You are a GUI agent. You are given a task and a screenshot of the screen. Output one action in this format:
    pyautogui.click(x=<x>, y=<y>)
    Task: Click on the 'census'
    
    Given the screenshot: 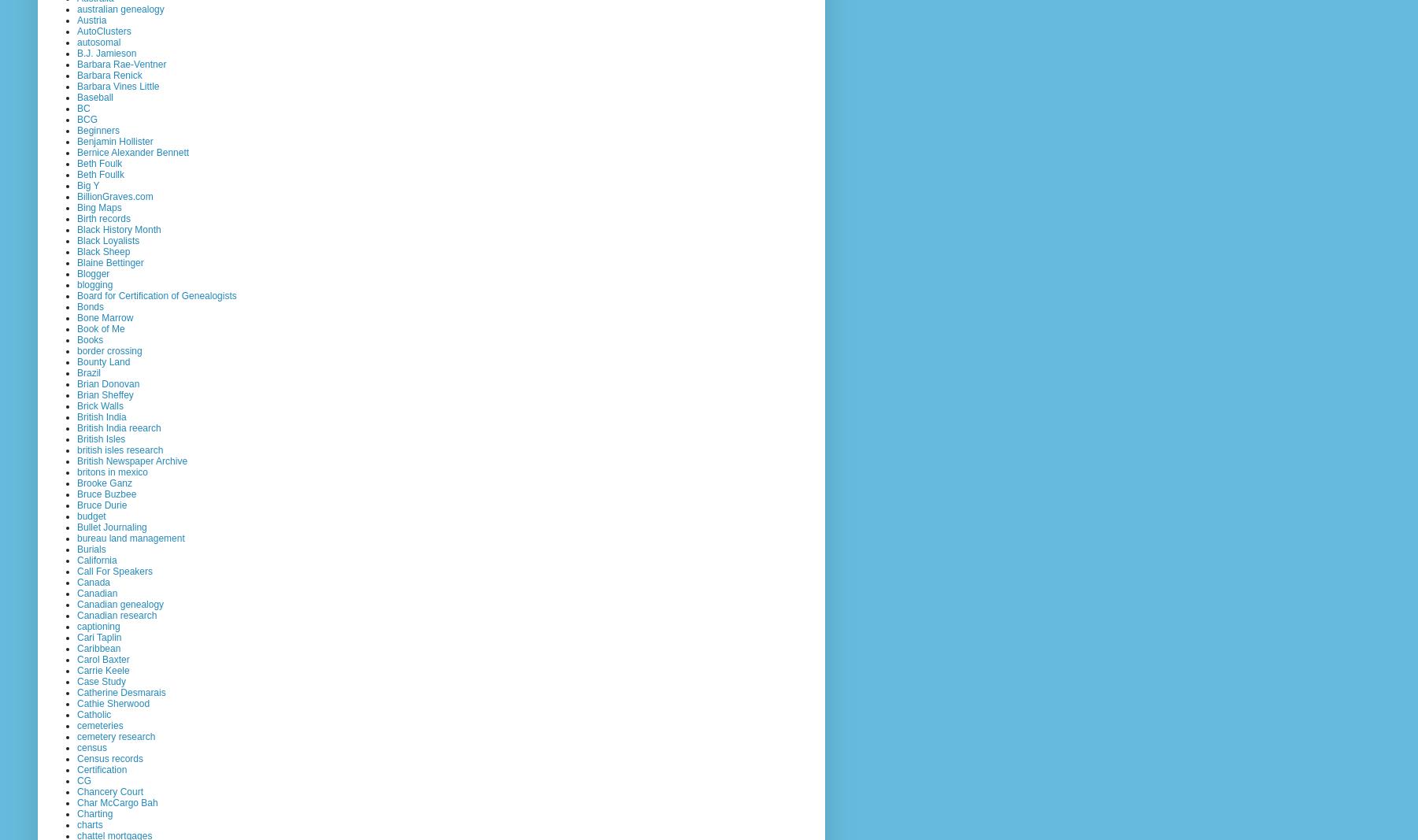 What is the action you would take?
    pyautogui.click(x=92, y=746)
    